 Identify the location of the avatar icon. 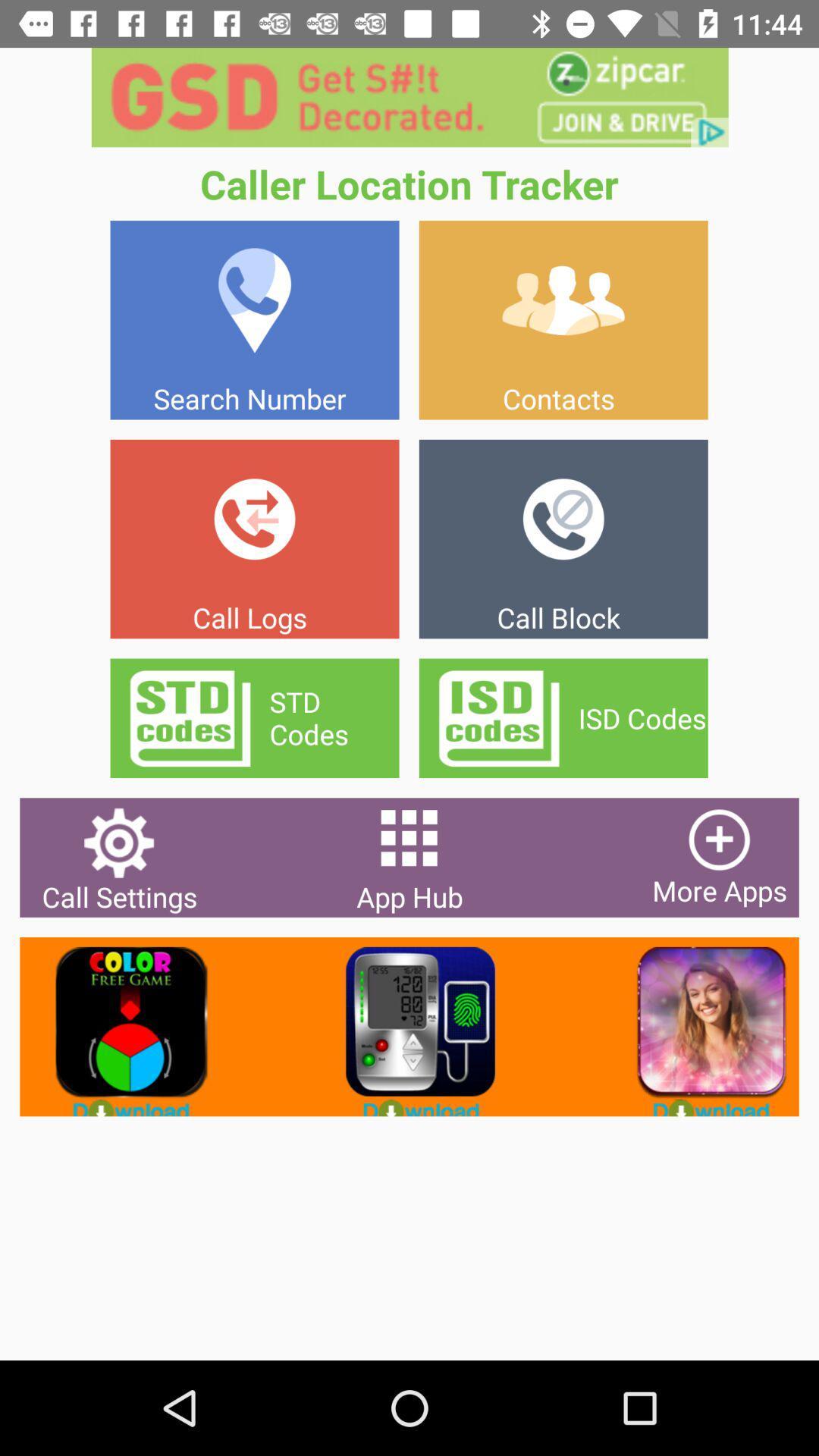
(699, 1027).